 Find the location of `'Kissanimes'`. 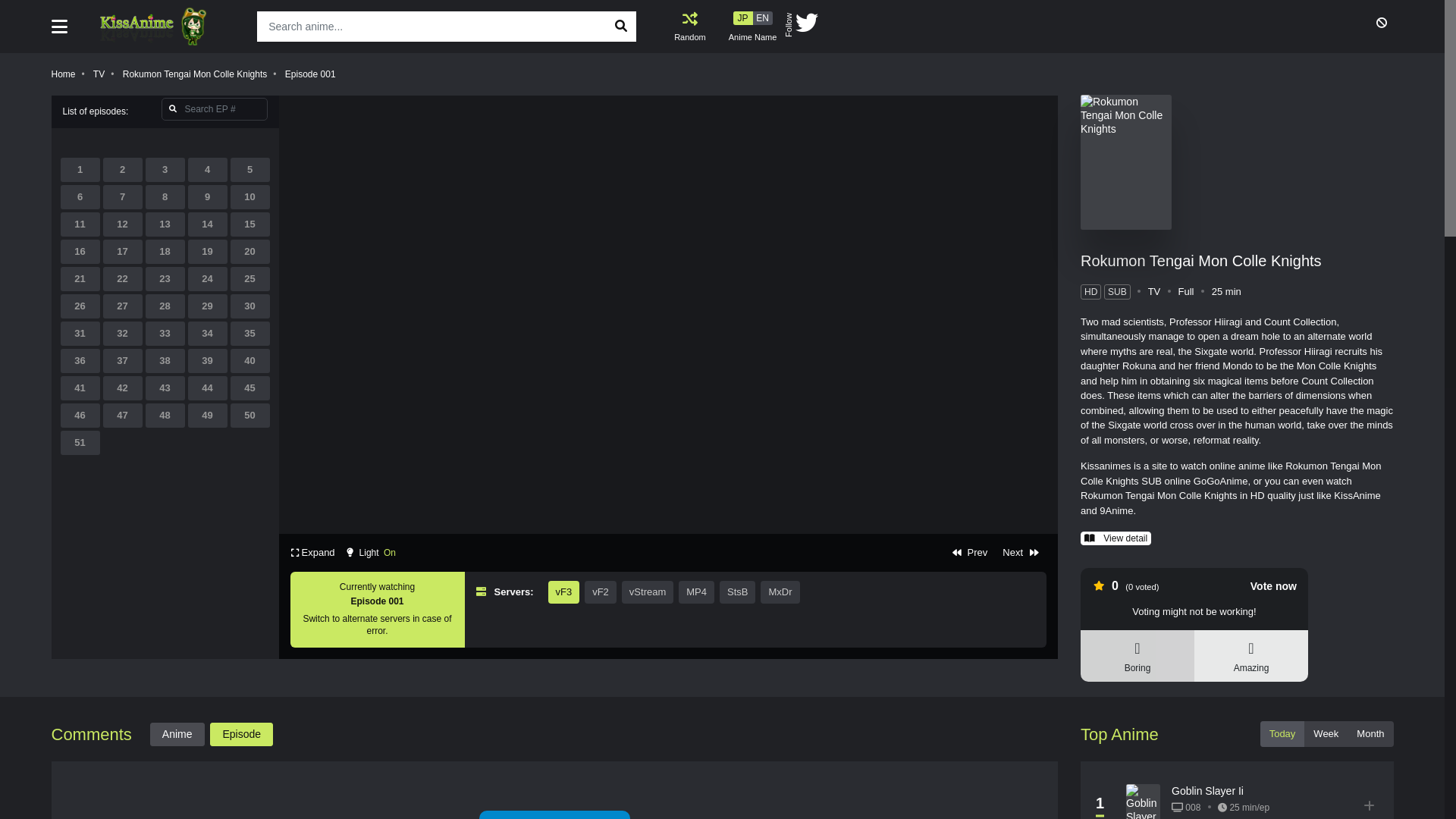

'Kissanimes' is located at coordinates (164, 26).